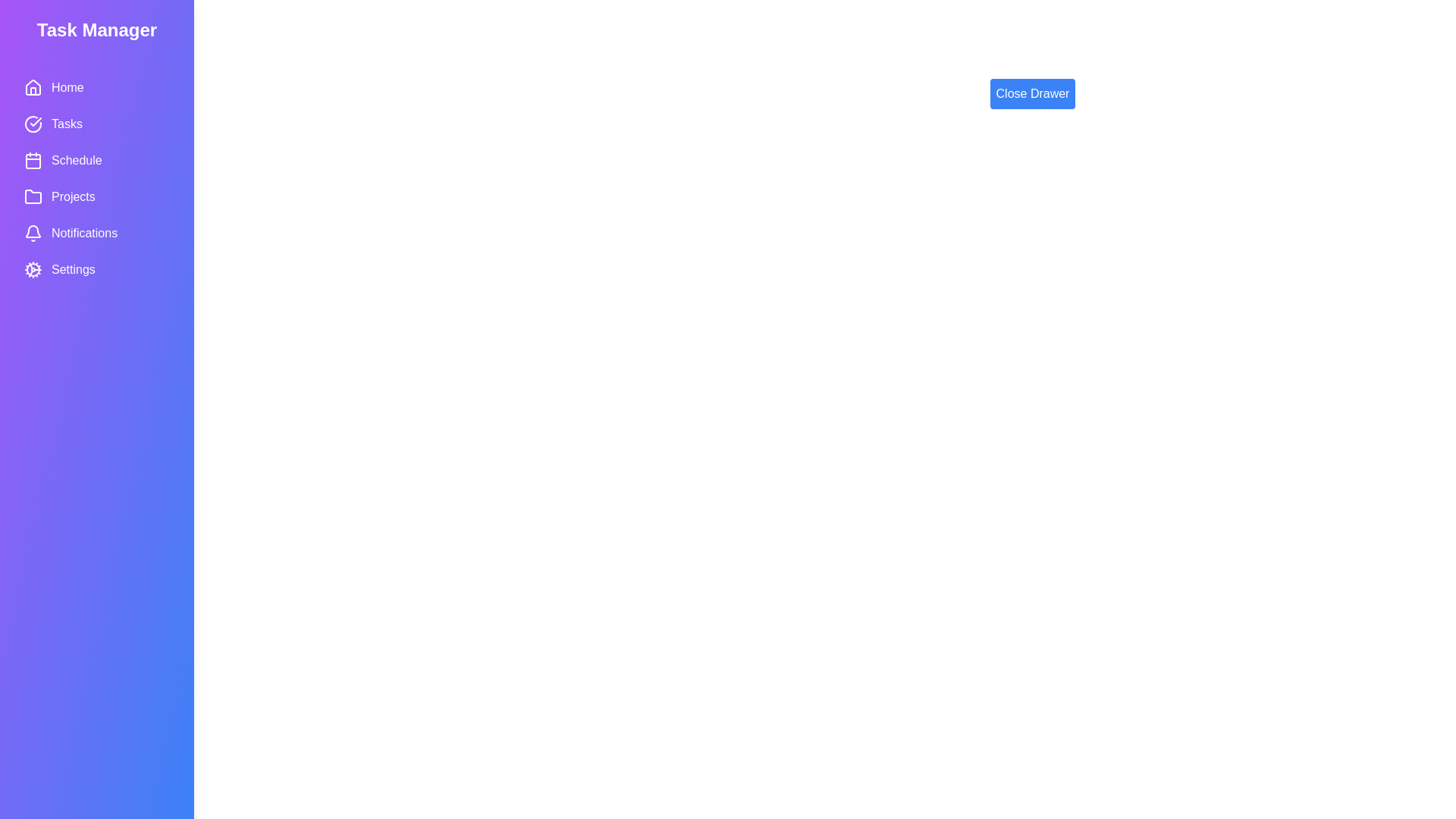 Image resolution: width=1456 pixels, height=819 pixels. I want to click on the menu item Notifications from the Task Manager Drawer, so click(96, 234).